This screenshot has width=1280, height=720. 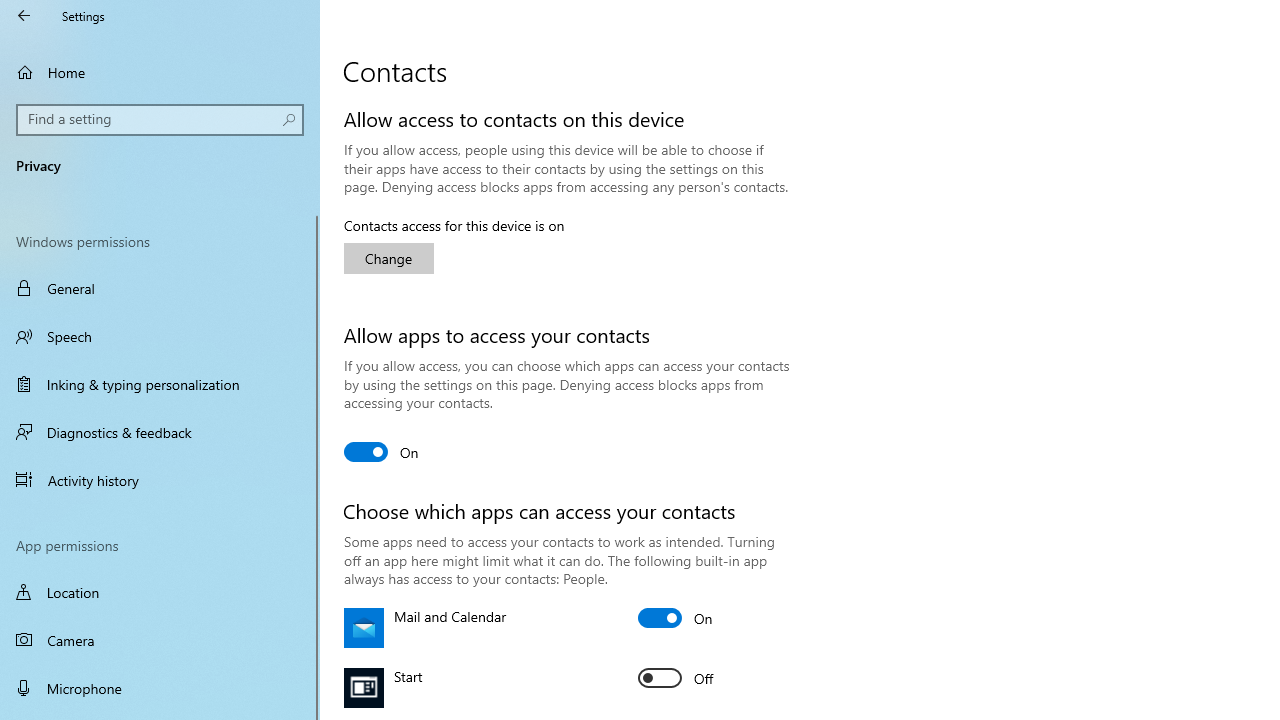 I want to click on 'Home', so click(x=160, y=71).